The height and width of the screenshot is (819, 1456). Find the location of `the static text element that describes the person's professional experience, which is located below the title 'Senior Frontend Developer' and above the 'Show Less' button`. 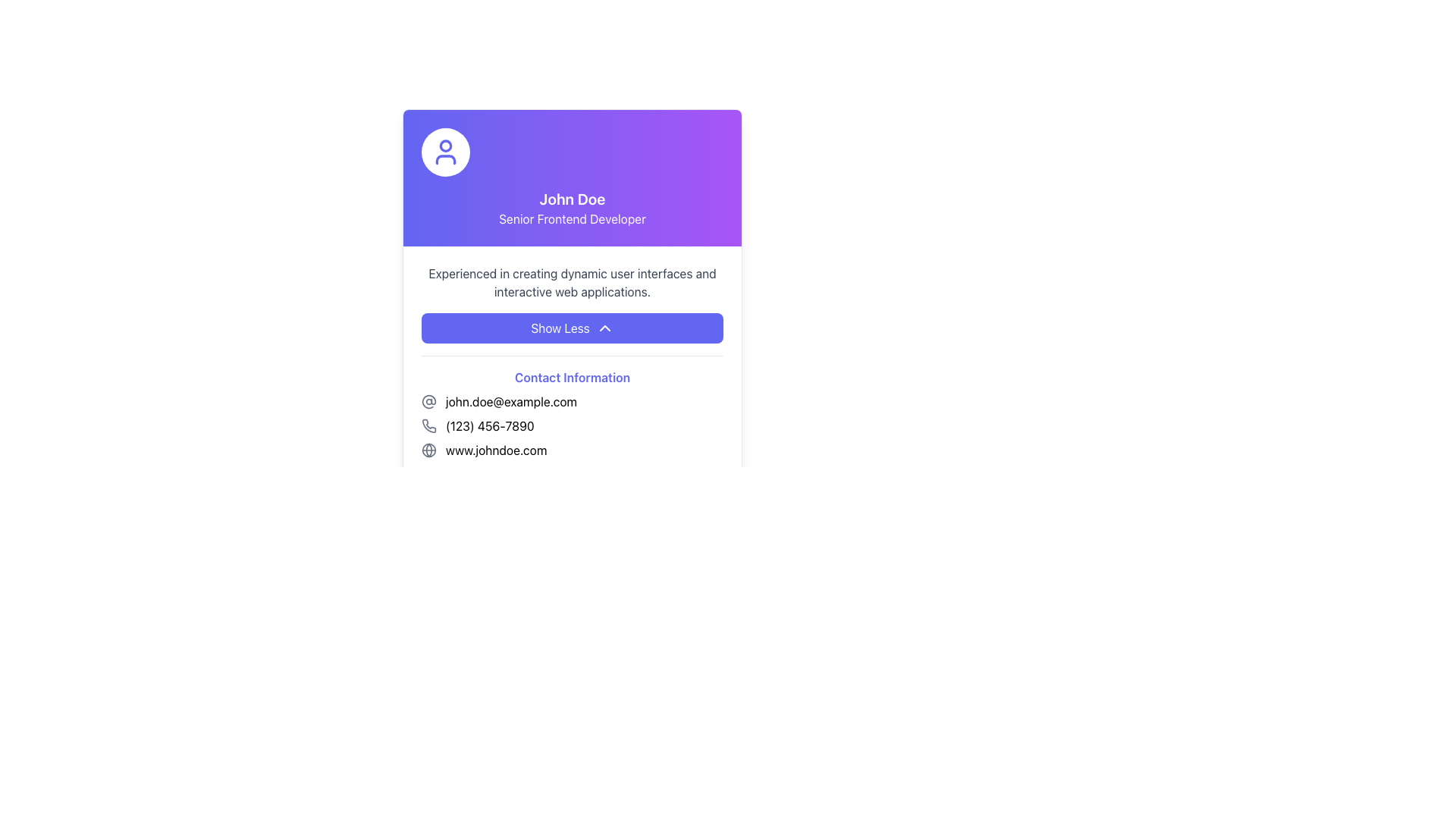

the static text element that describes the person's professional experience, which is located below the title 'Senior Frontend Developer' and above the 'Show Less' button is located at coordinates (571, 283).